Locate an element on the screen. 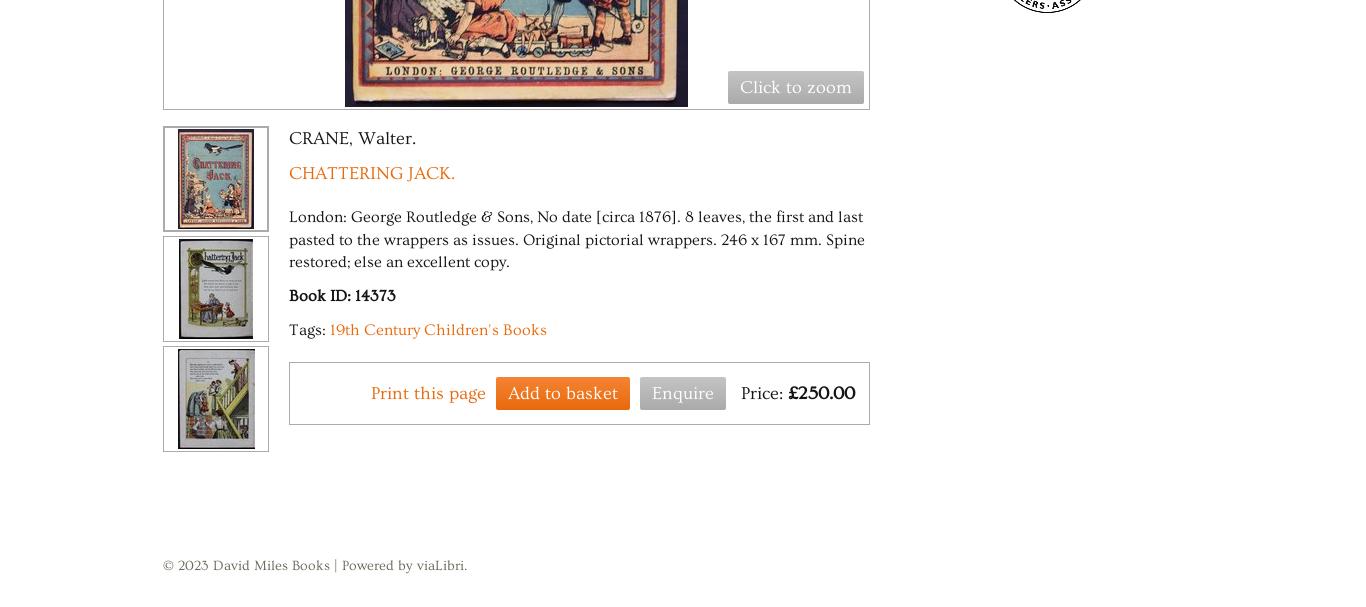  '© 2023 David Miles Books |' is located at coordinates (252, 566).